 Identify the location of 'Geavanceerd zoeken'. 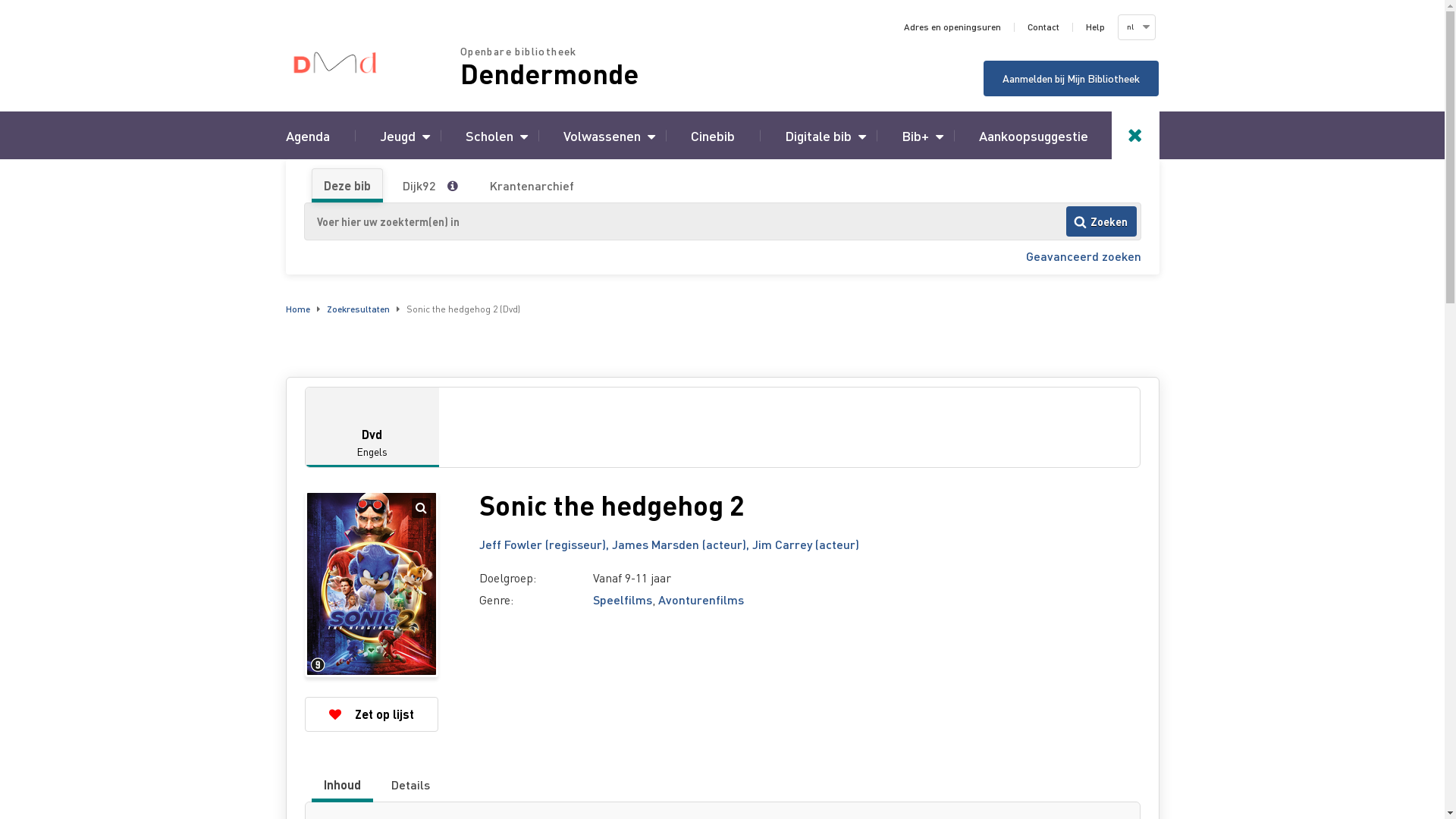
(1082, 255).